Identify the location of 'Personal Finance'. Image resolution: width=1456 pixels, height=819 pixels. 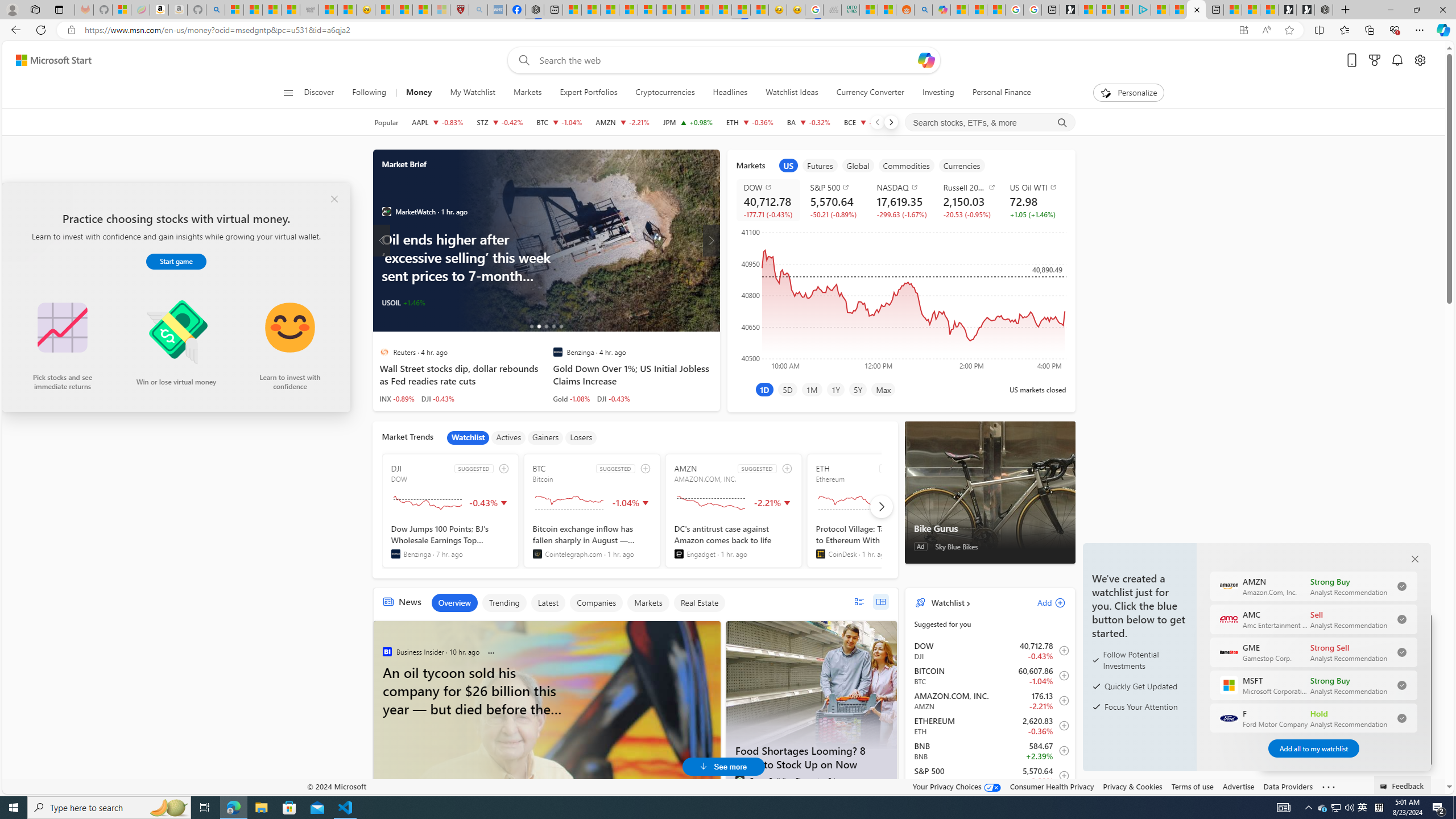
(996, 92).